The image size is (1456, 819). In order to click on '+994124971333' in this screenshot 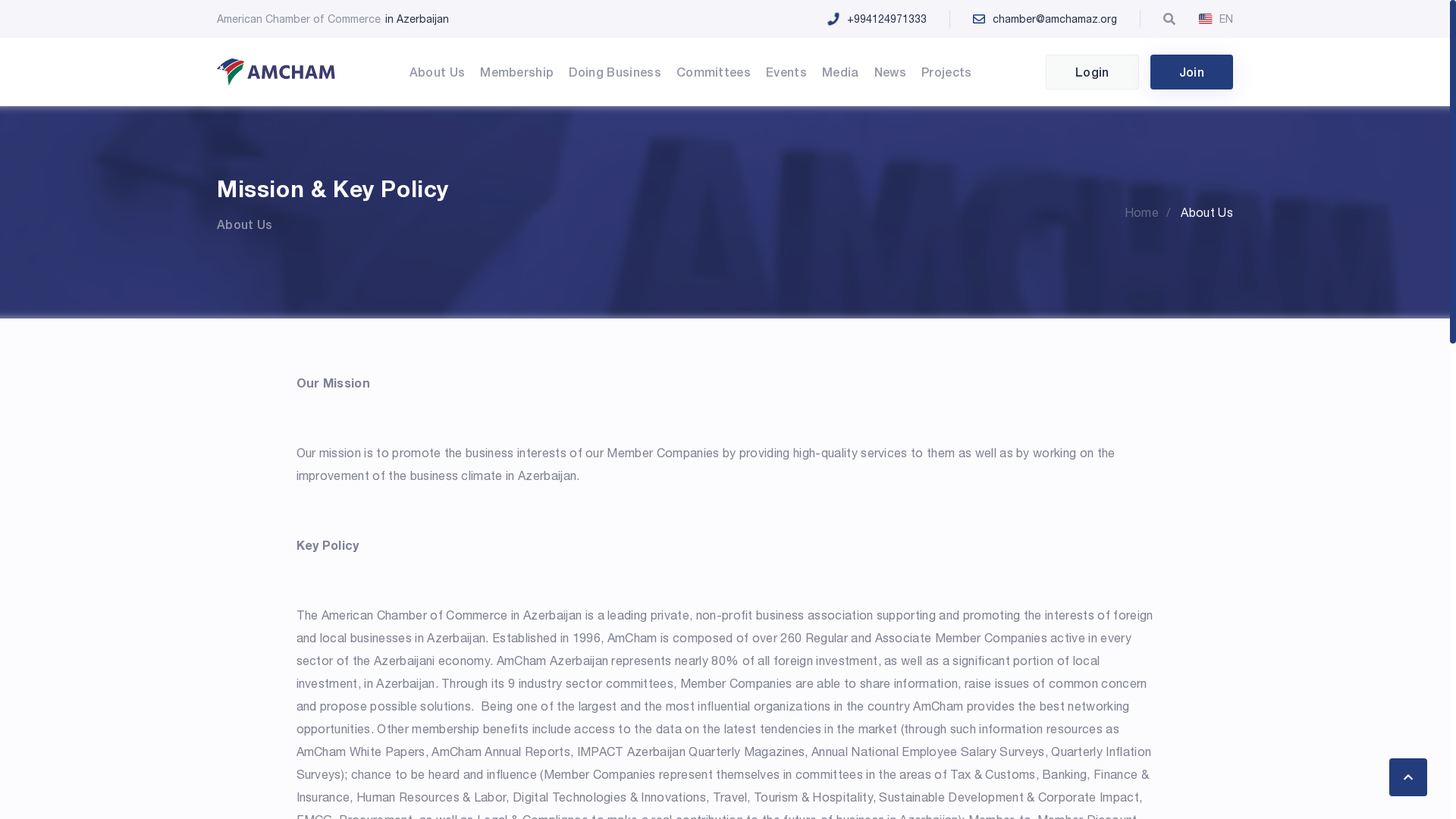, I will do `click(899, 18)`.